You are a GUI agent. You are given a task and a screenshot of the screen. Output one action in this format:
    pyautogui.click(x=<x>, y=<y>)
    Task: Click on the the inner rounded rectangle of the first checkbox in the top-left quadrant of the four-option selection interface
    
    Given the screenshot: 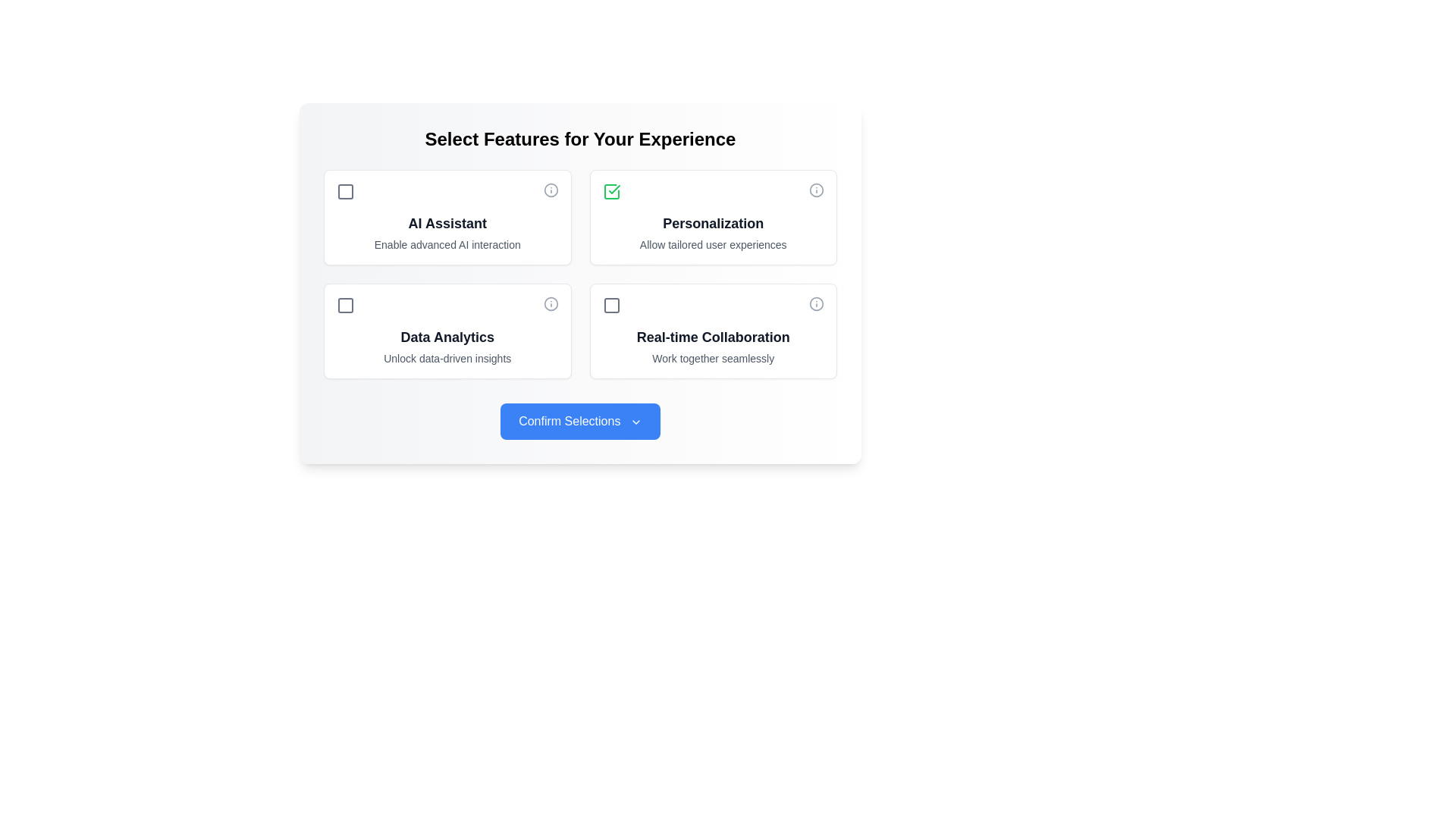 What is the action you would take?
    pyautogui.click(x=345, y=191)
    